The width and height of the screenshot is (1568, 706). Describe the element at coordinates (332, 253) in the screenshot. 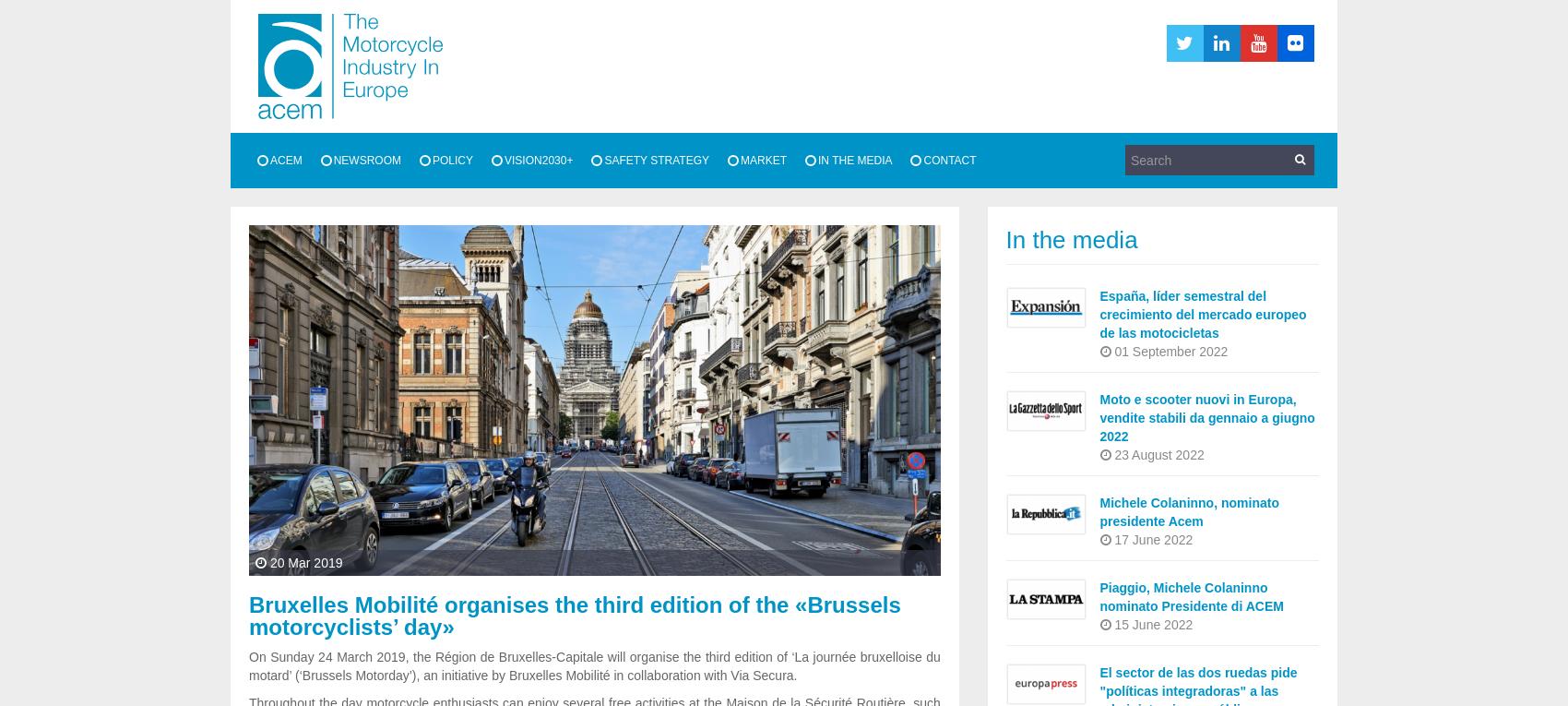

I see `'External activities'` at that location.